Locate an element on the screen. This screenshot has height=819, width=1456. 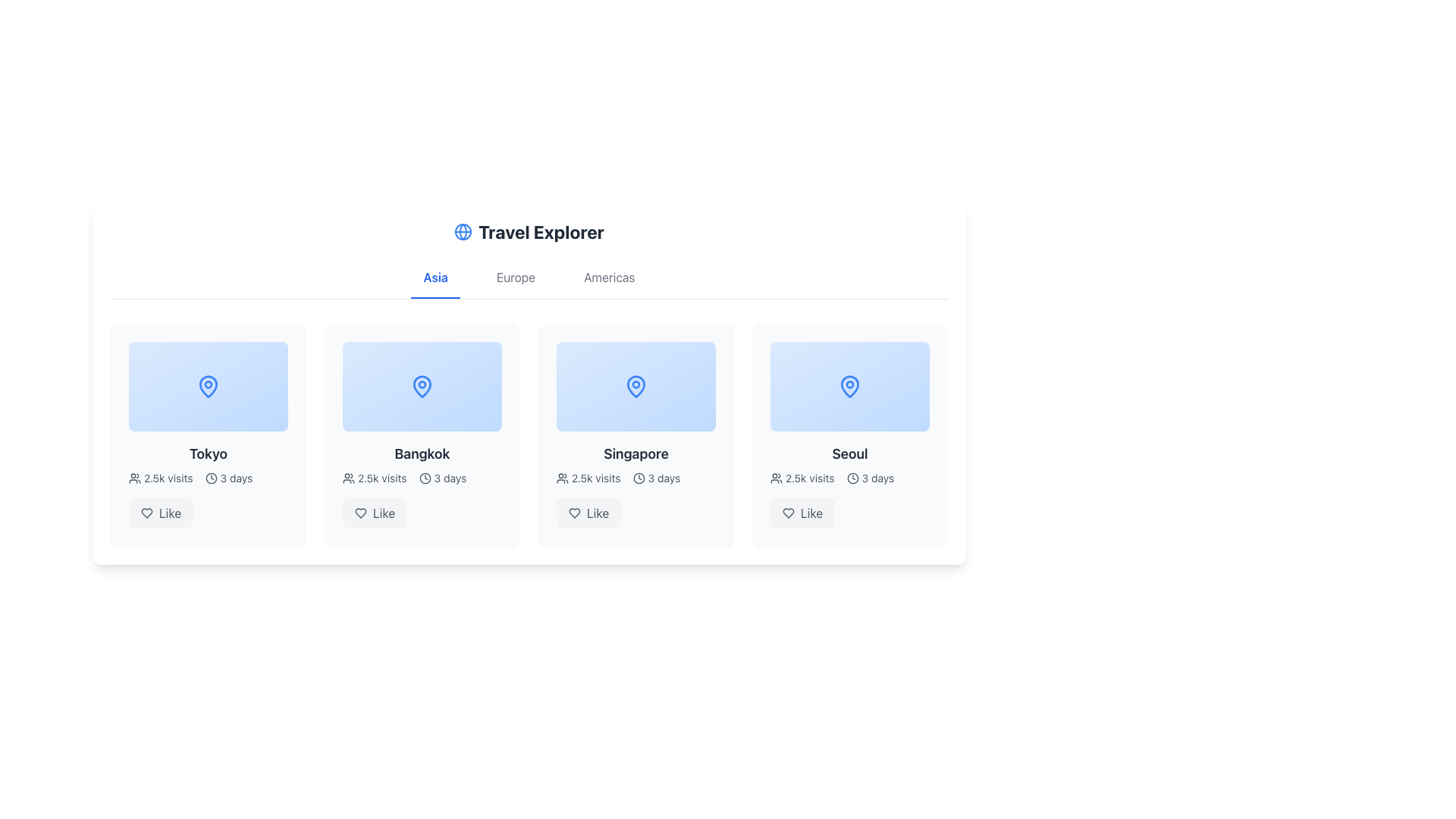
the heart-shaped icon within the 'Like' button below the 'Tokyo' card to like the item is located at coordinates (146, 513).